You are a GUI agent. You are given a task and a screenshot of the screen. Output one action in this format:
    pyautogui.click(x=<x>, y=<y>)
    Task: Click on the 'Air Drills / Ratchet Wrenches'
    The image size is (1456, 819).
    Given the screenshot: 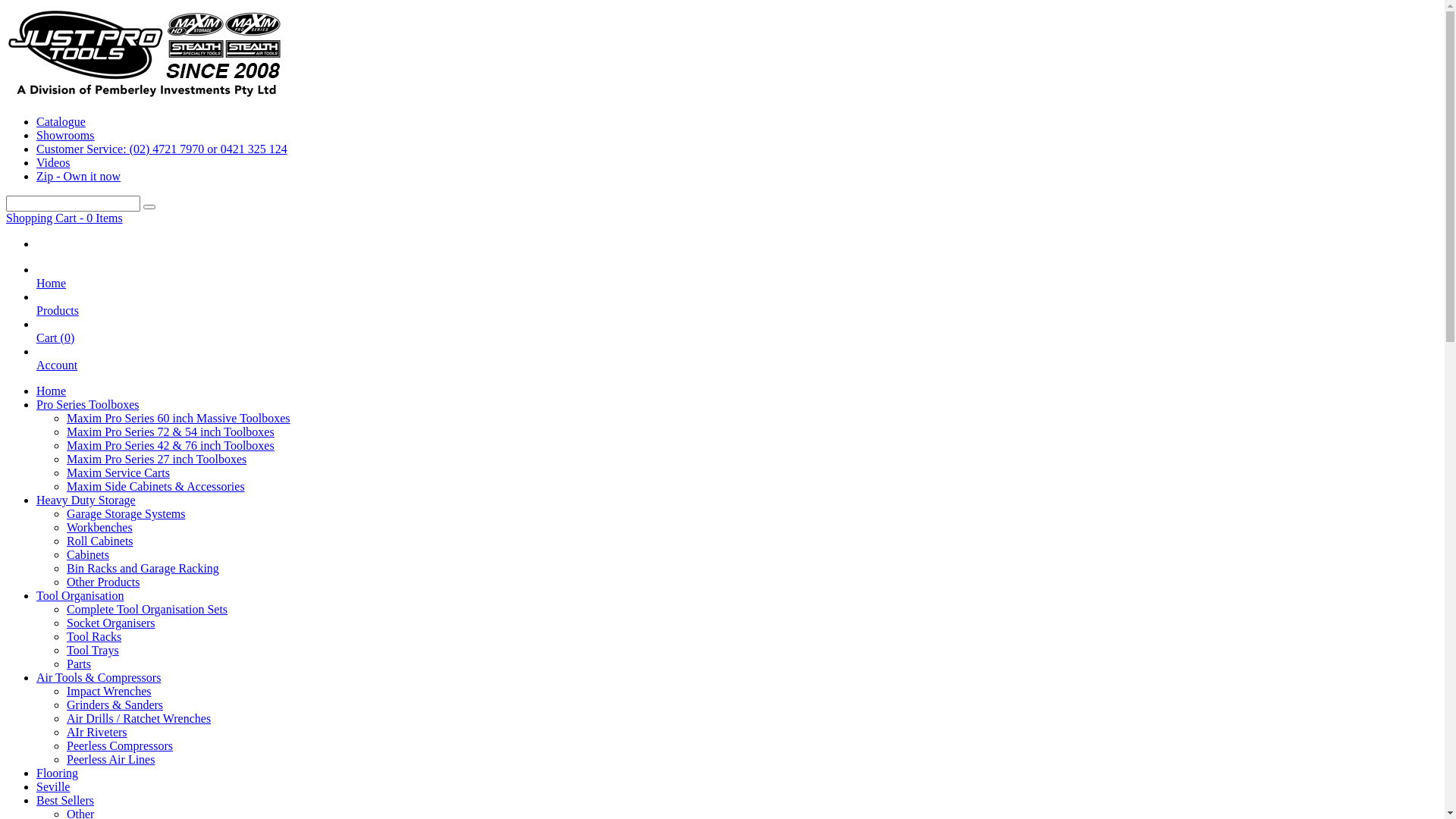 What is the action you would take?
    pyautogui.click(x=138, y=717)
    